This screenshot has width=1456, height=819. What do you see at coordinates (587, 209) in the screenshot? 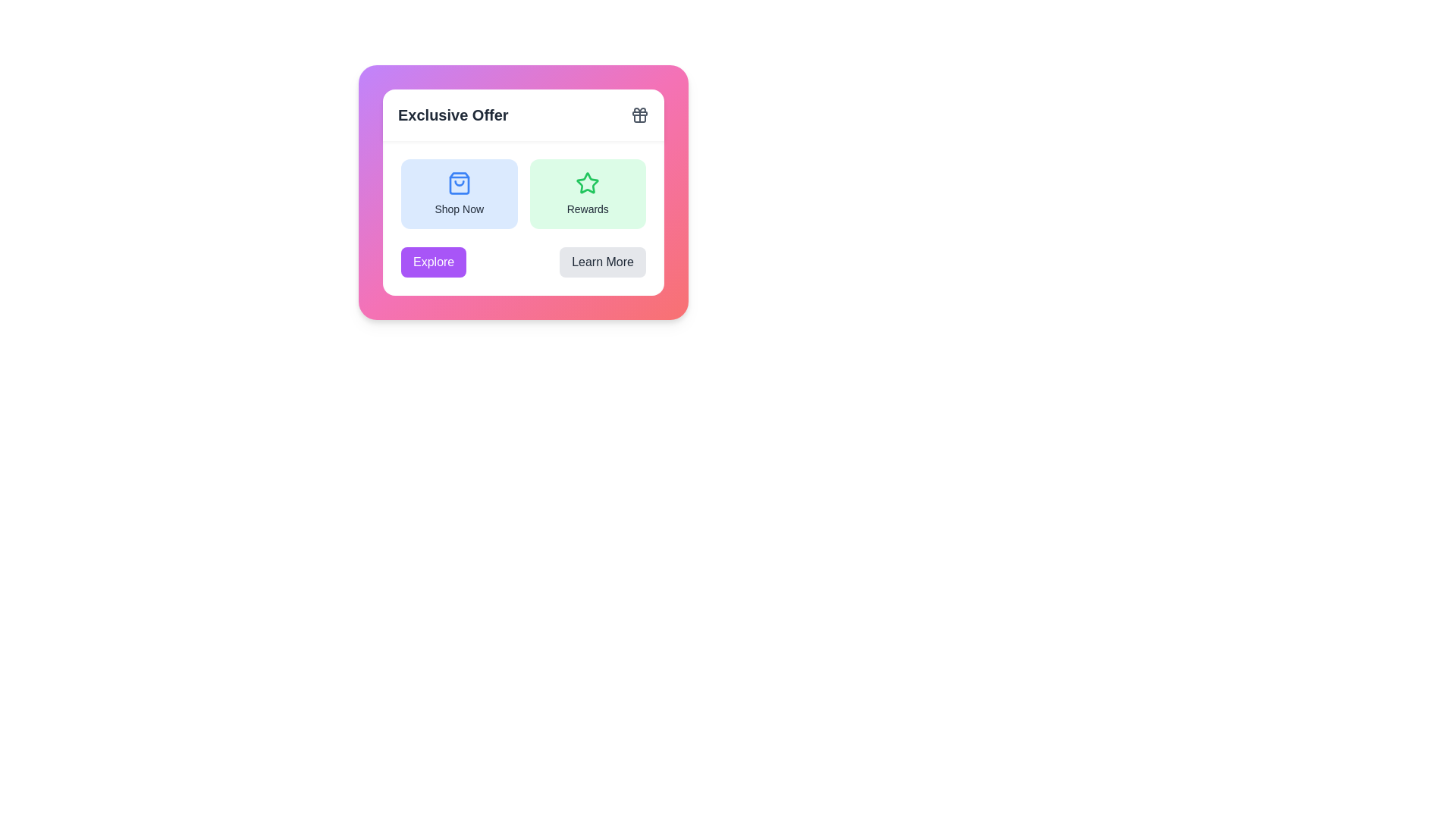
I see `the 'Rewards' text label, which is displayed in a small, medium-weight, dark-gray font below a green star icon in a light-green card` at bounding box center [587, 209].